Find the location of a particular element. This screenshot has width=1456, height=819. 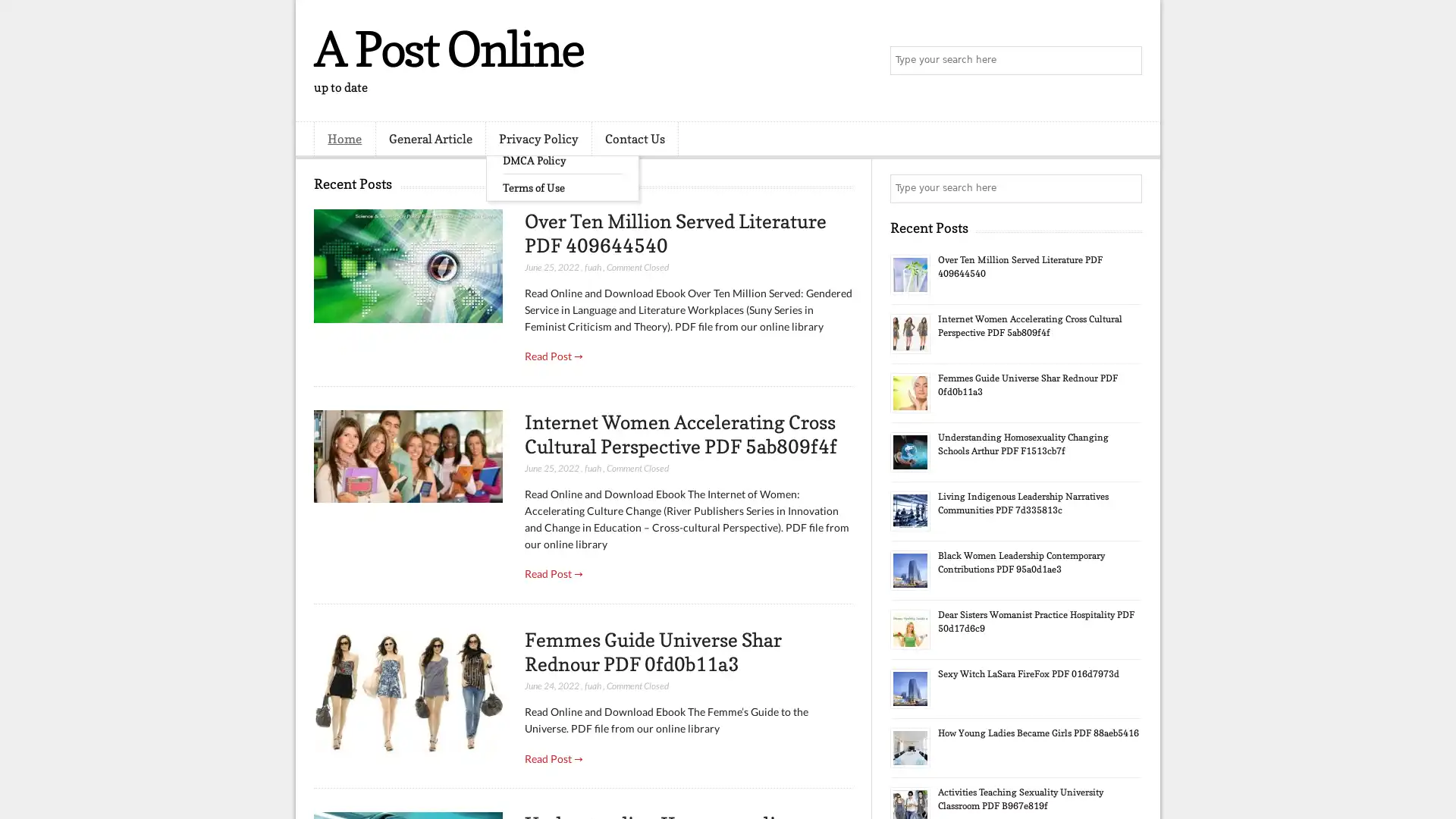

Search is located at coordinates (1126, 61).